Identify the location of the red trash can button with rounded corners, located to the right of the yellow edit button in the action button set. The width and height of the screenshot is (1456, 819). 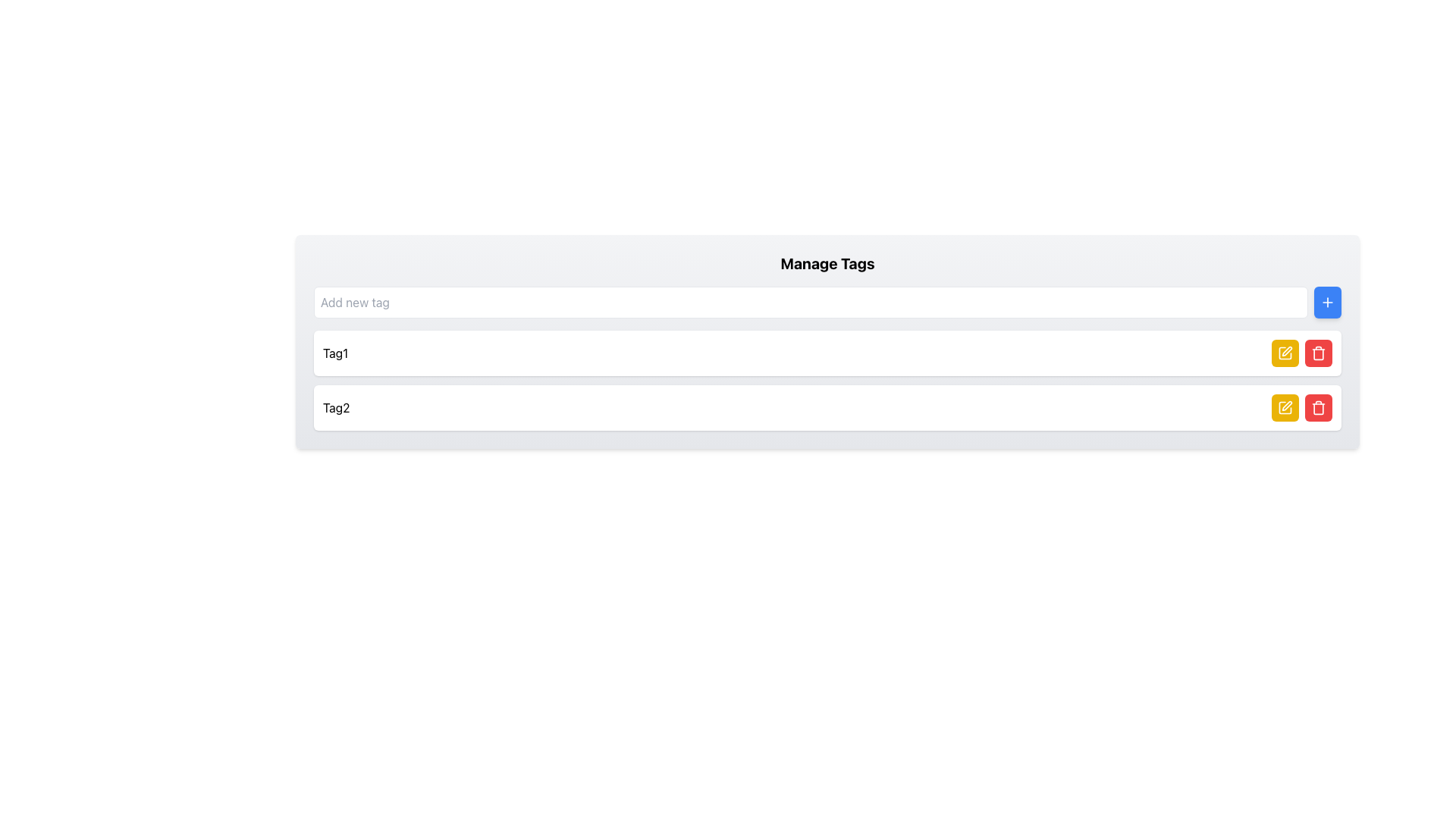
(1317, 353).